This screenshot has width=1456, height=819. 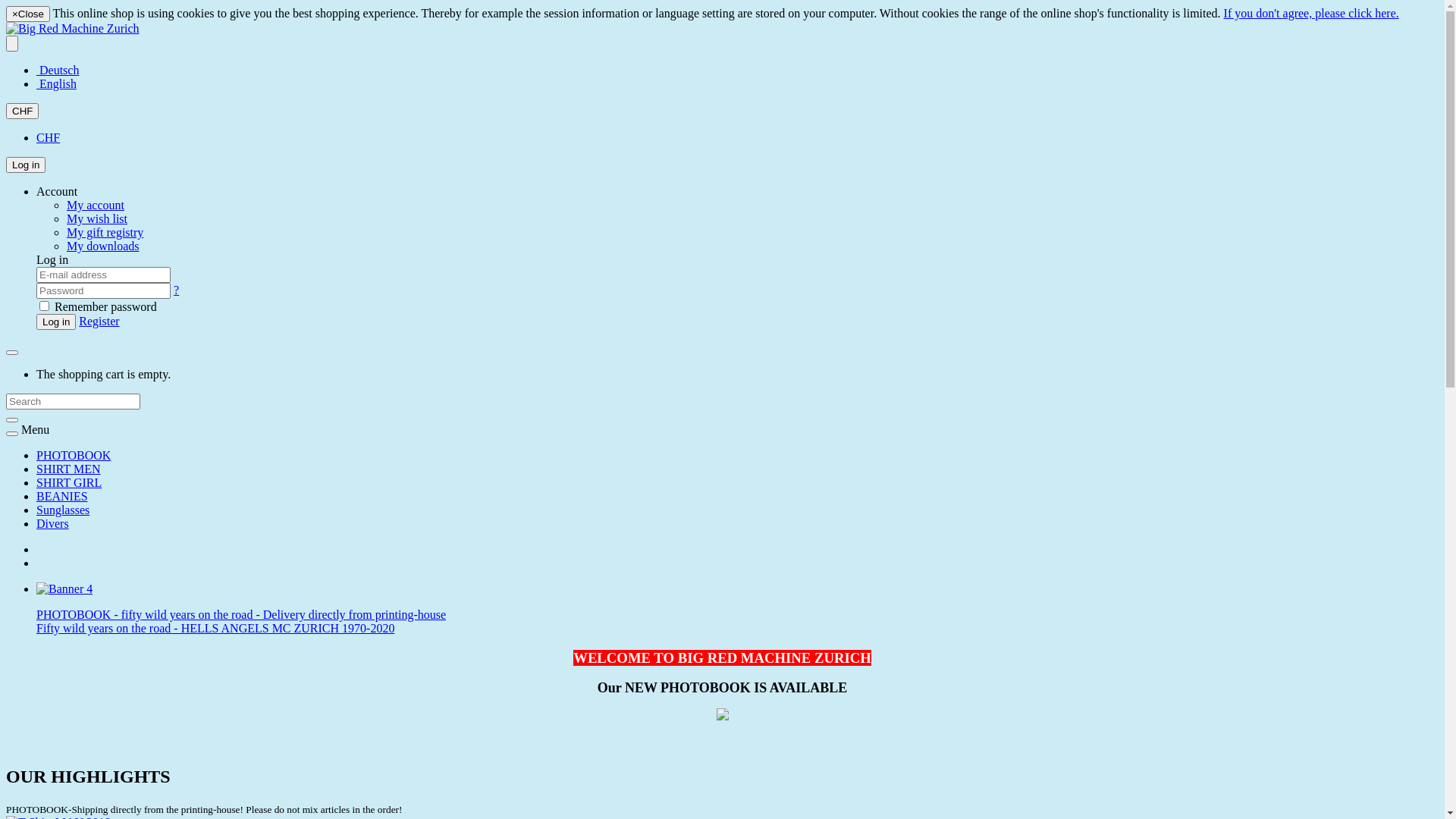 I want to click on 'Banner 4', so click(x=64, y=588).